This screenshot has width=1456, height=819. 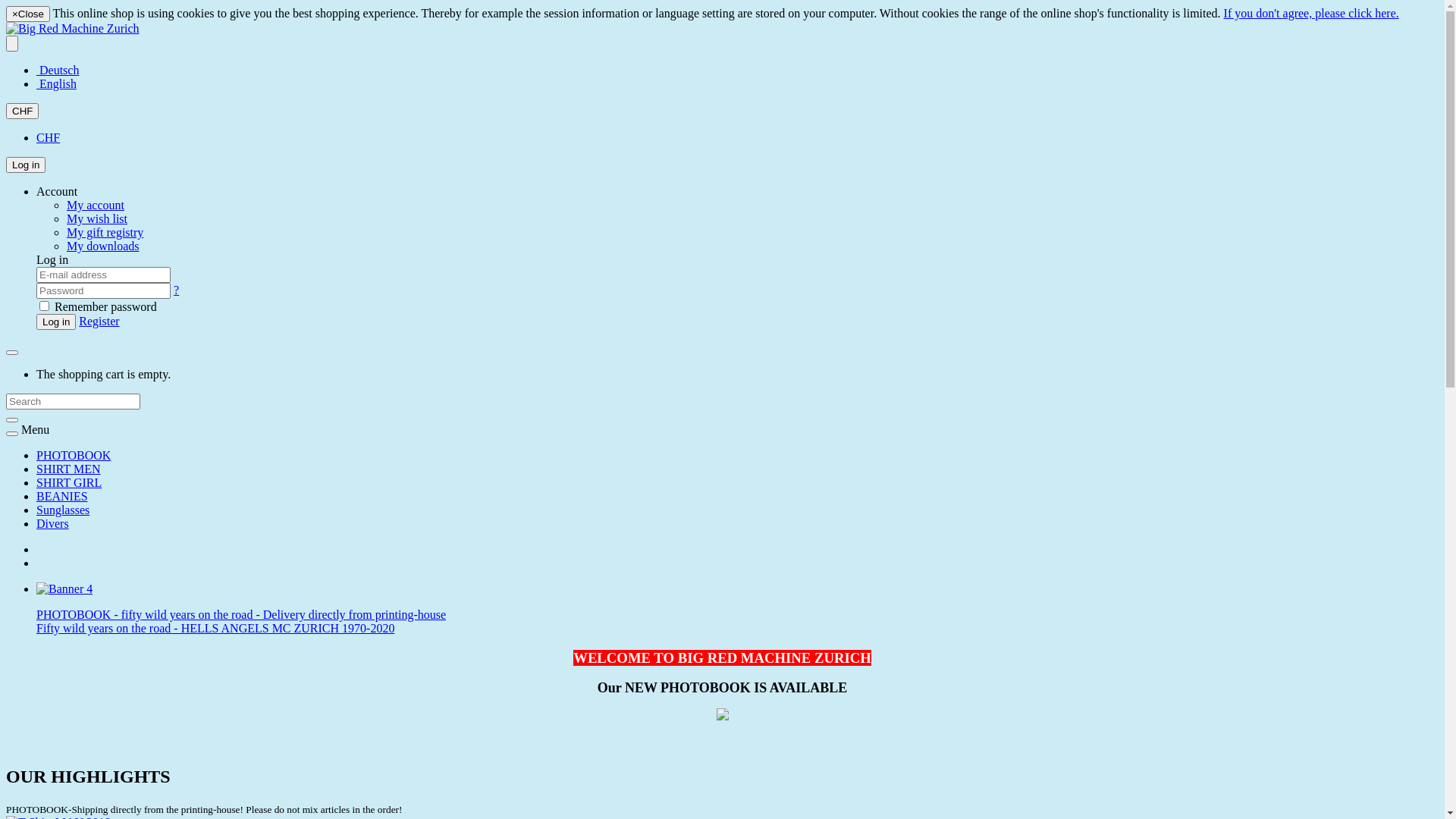 I want to click on 'Banner 4', so click(x=64, y=588).